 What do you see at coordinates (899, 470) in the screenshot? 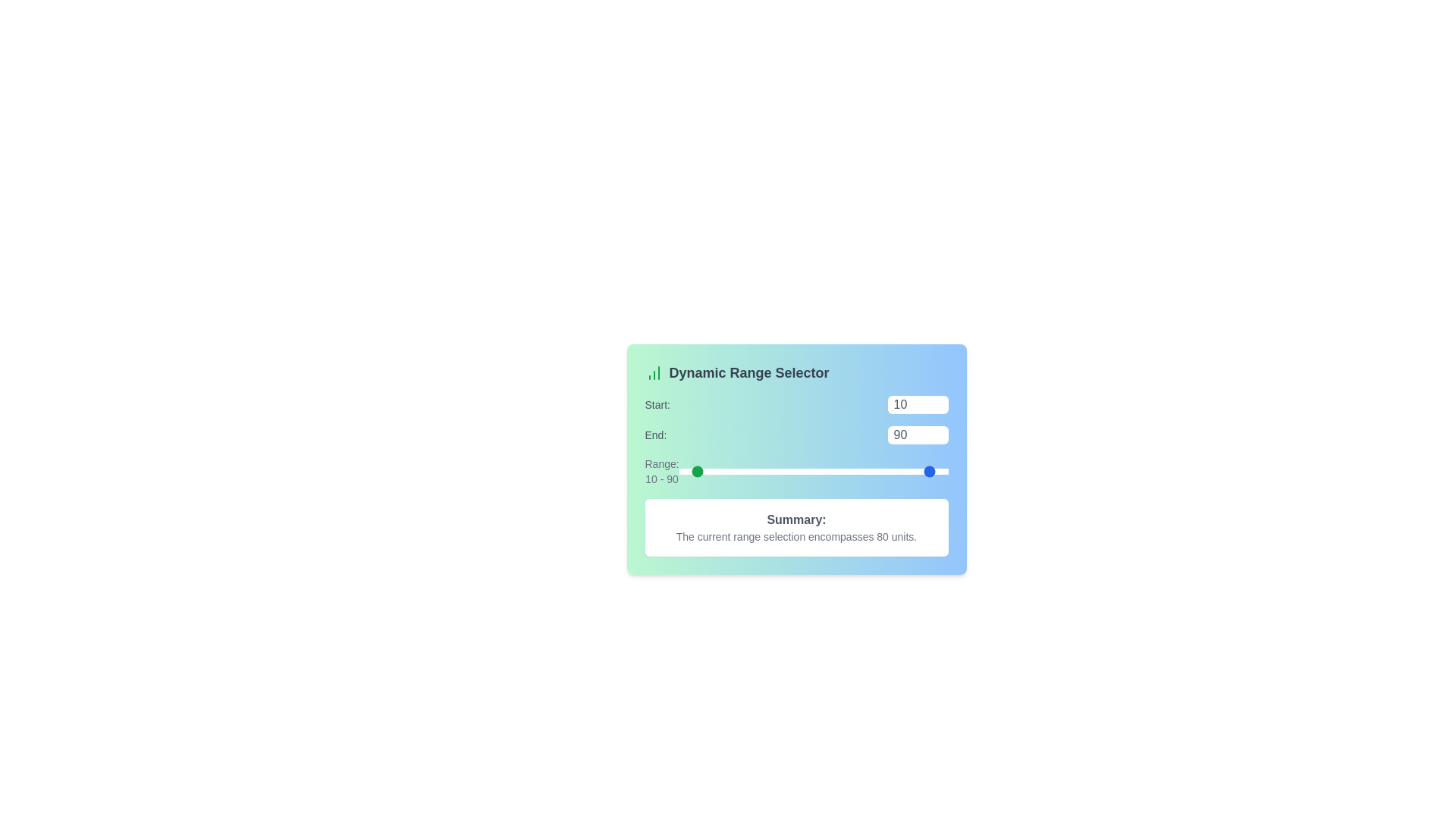
I see `the 'End' slider to set the range end value to 64` at bounding box center [899, 470].